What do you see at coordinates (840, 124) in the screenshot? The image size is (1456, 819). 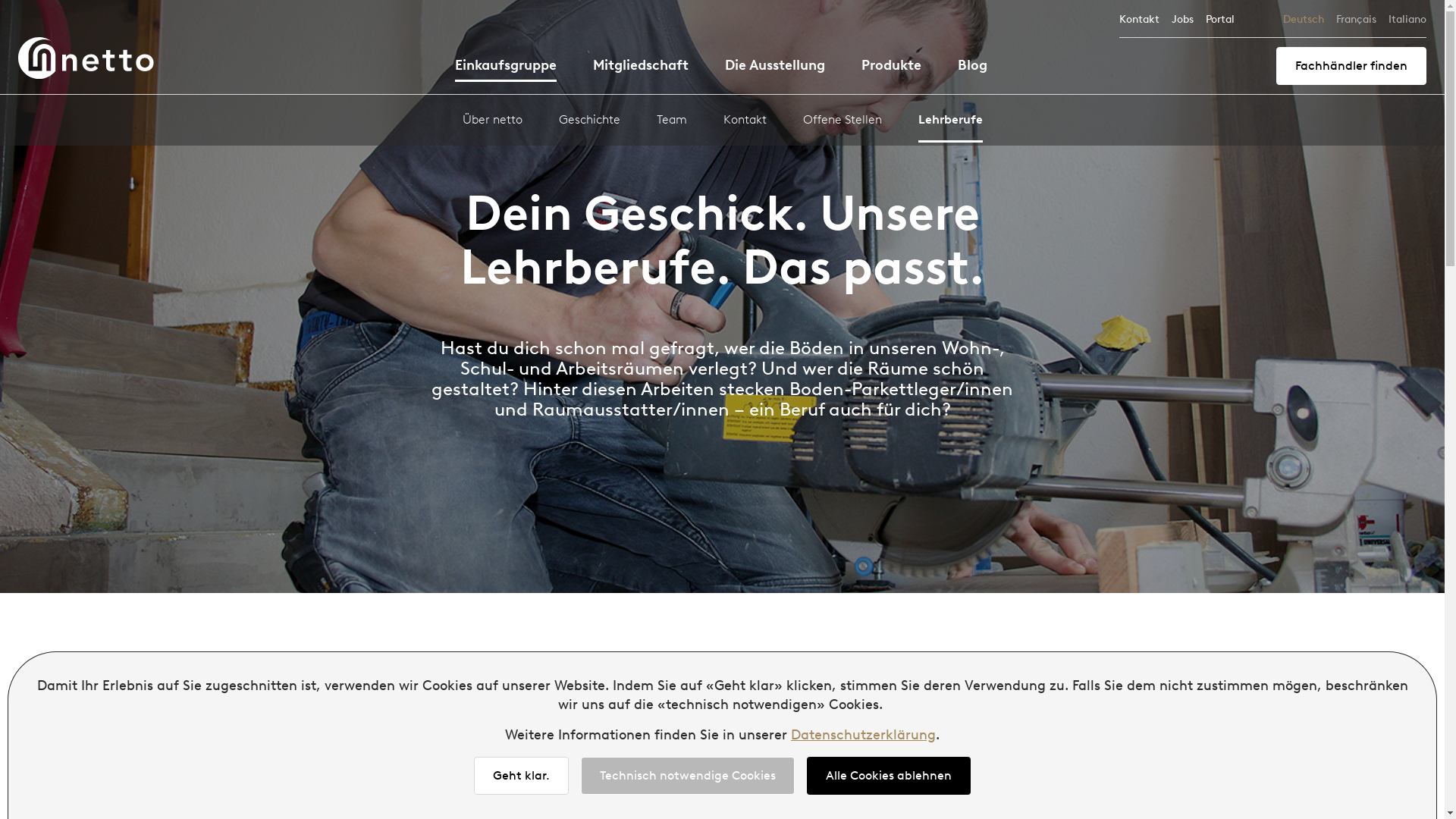 I see `'Offene Stellen'` at bounding box center [840, 124].